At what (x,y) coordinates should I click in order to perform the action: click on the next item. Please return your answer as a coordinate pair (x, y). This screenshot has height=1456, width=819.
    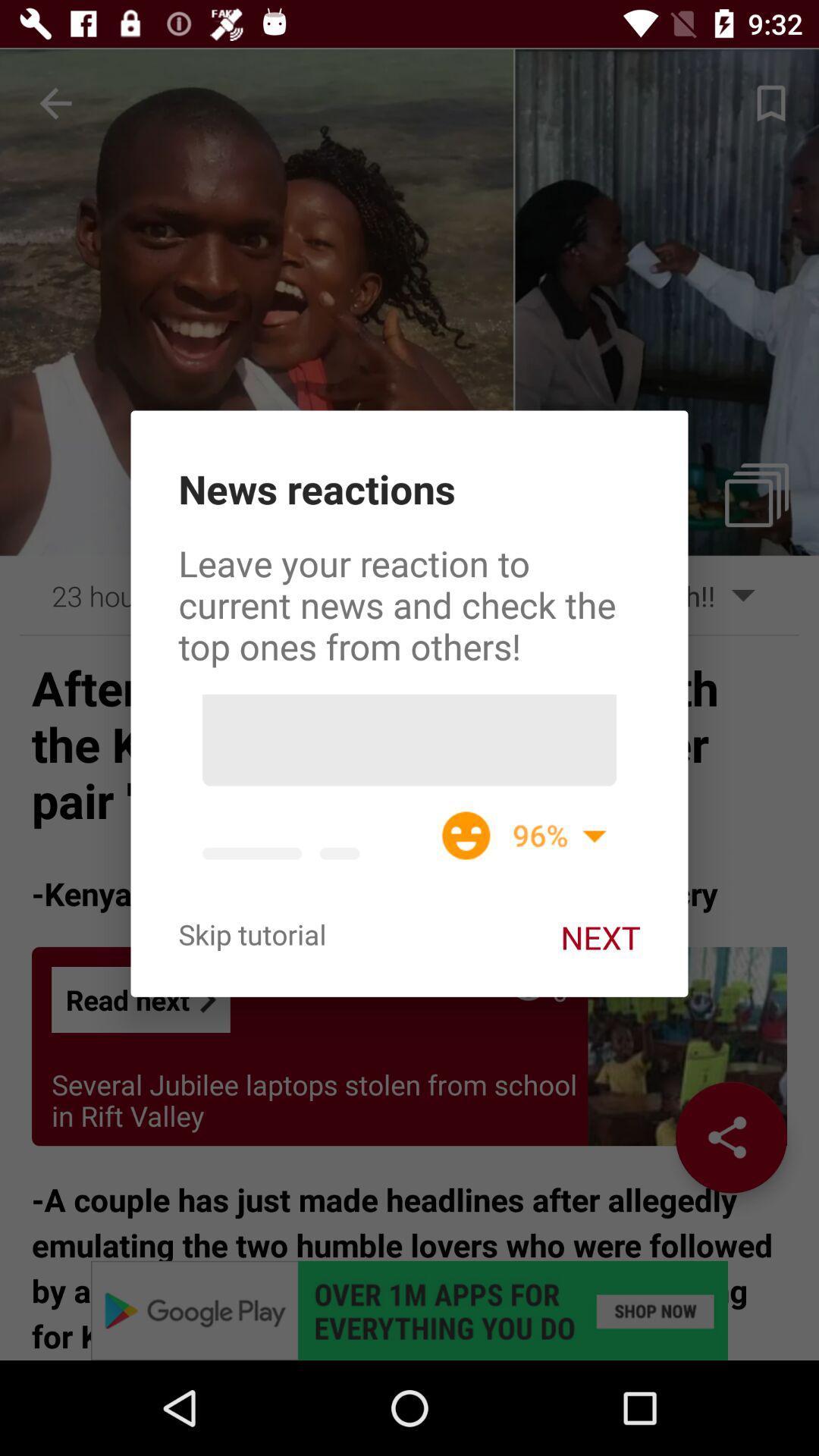
    Looking at the image, I should click on (599, 937).